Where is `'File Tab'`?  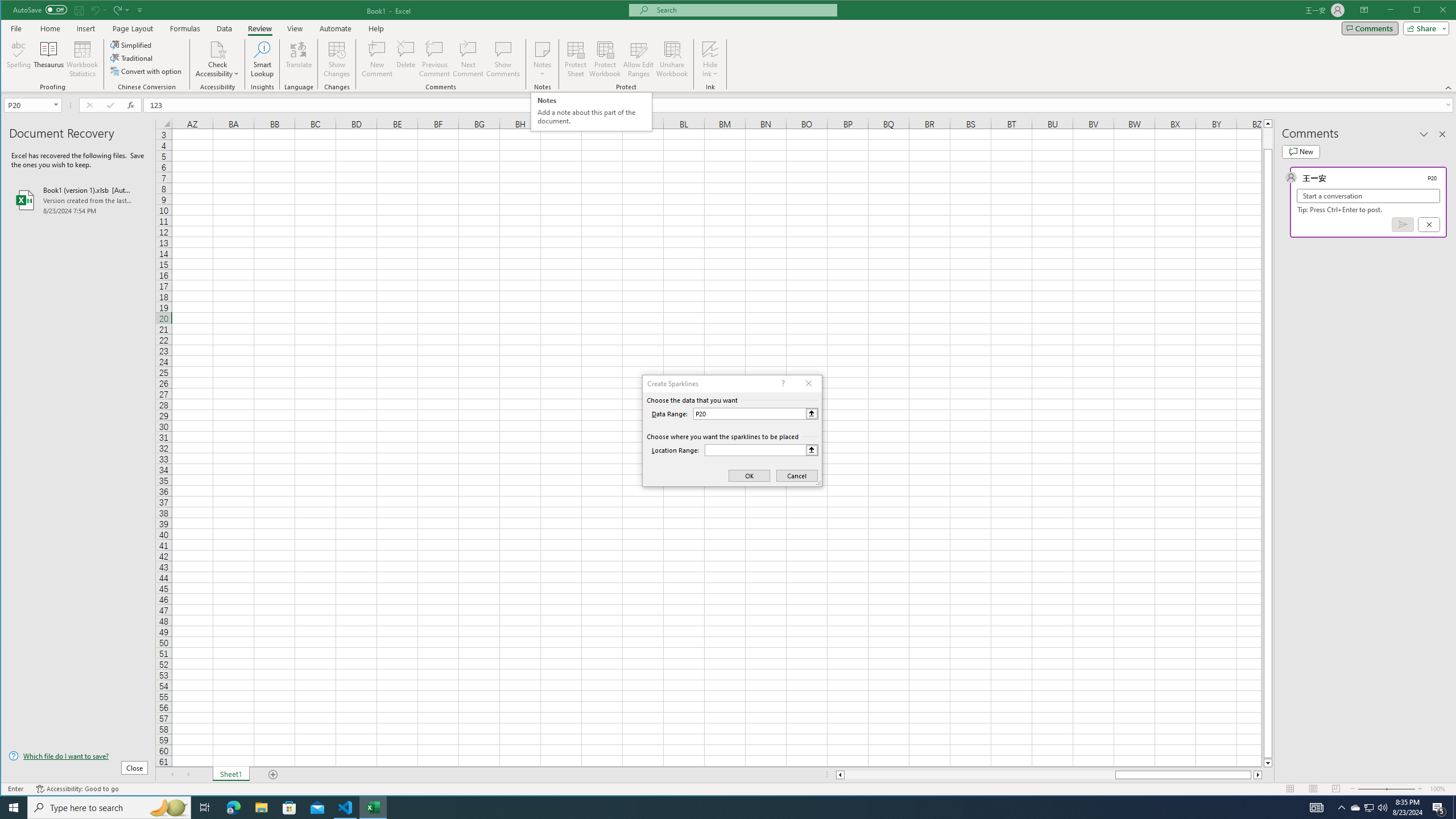
'File Tab' is located at coordinates (16, 28).